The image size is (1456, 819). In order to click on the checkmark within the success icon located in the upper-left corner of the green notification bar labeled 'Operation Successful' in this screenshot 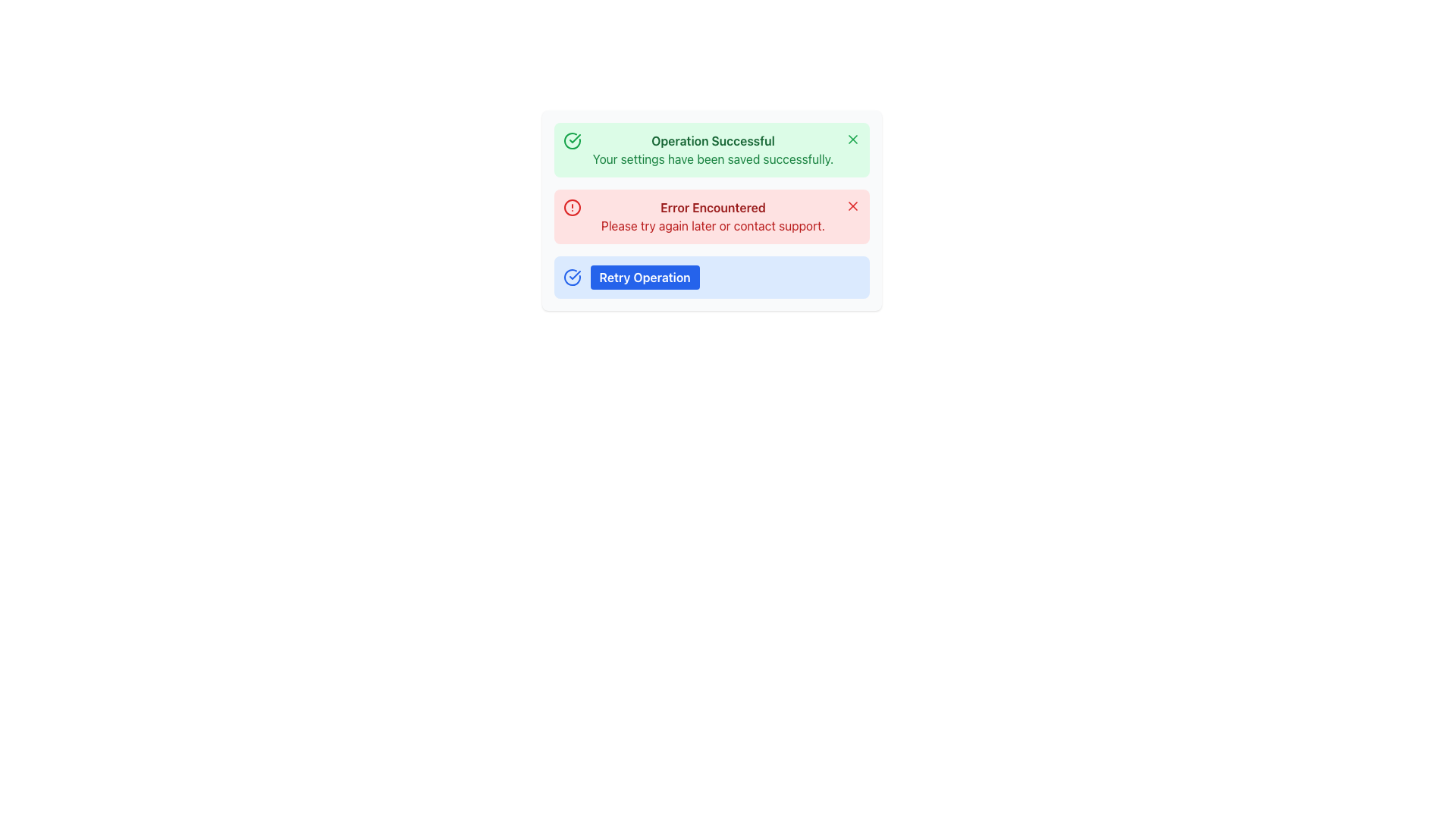, I will do `click(574, 275)`.